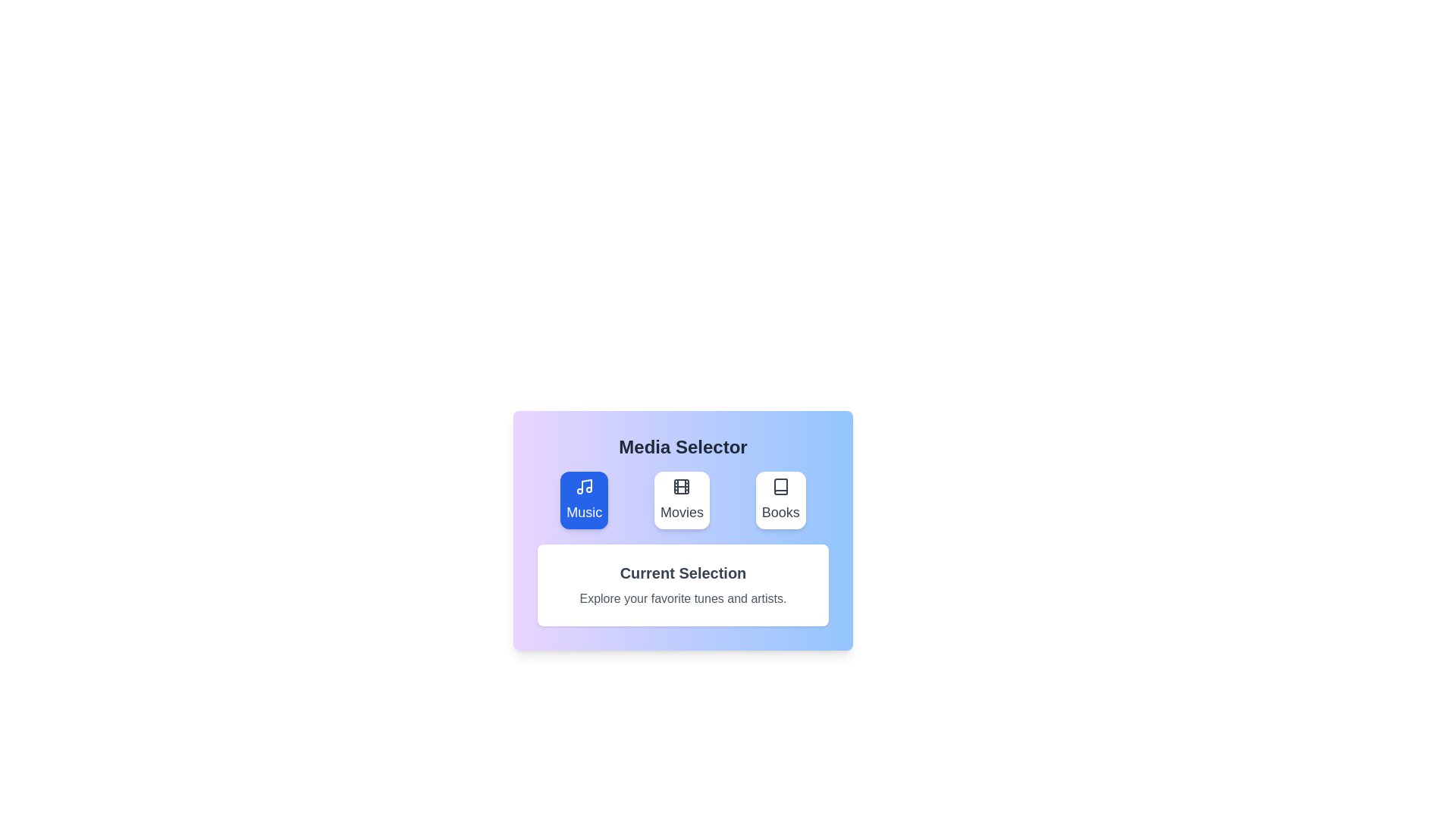 The width and height of the screenshot is (1456, 819). Describe the element at coordinates (681, 512) in the screenshot. I see `the 'Movies' category label, which is located below the movie reel icon within the second button of the 'Media Selector' section` at that location.